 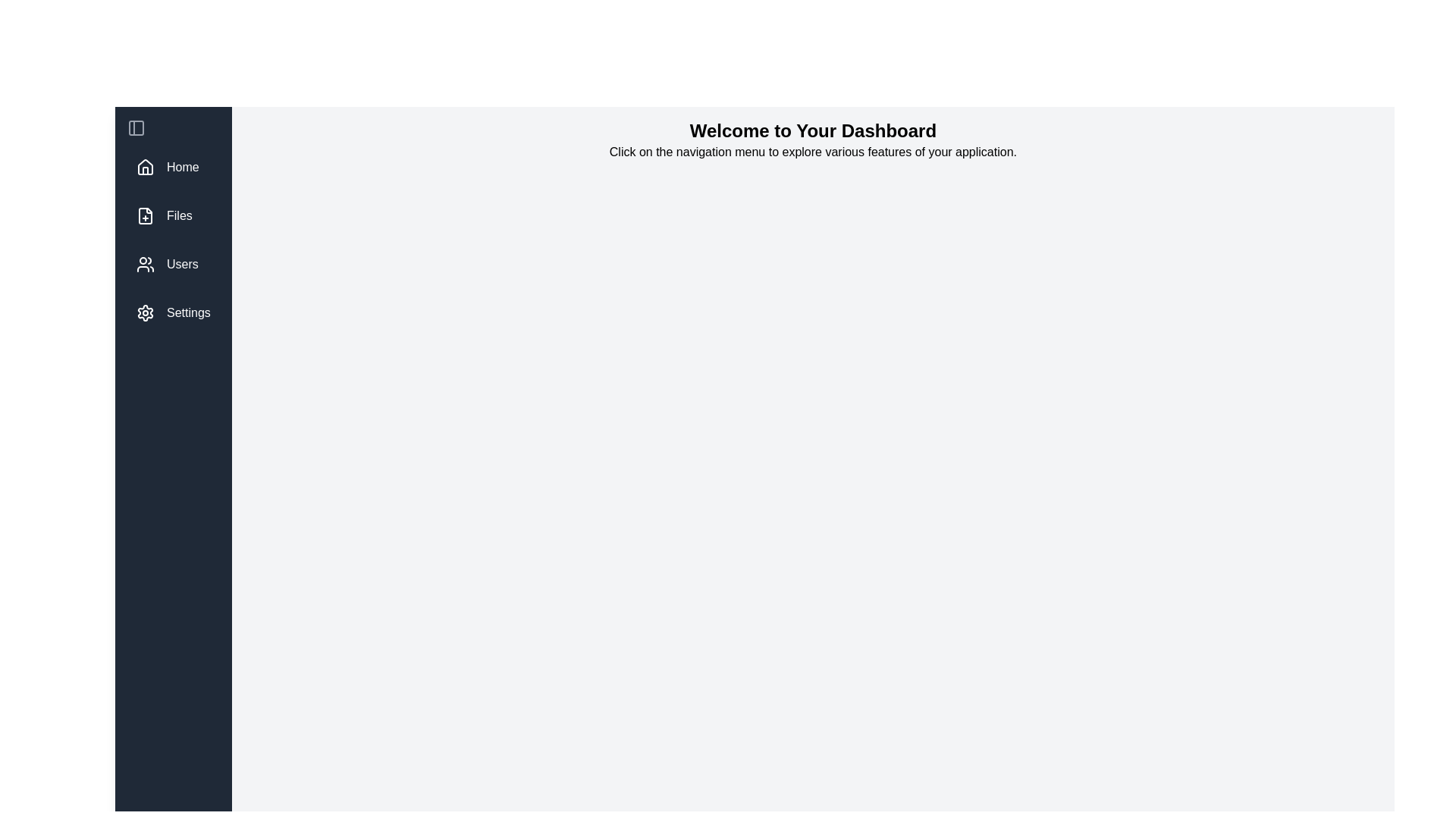 What do you see at coordinates (812, 130) in the screenshot?
I see `the bold, large-font header text displaying 'Welcome to Your Dashboard' located at the top of the page` at bounding box center [812, 130].